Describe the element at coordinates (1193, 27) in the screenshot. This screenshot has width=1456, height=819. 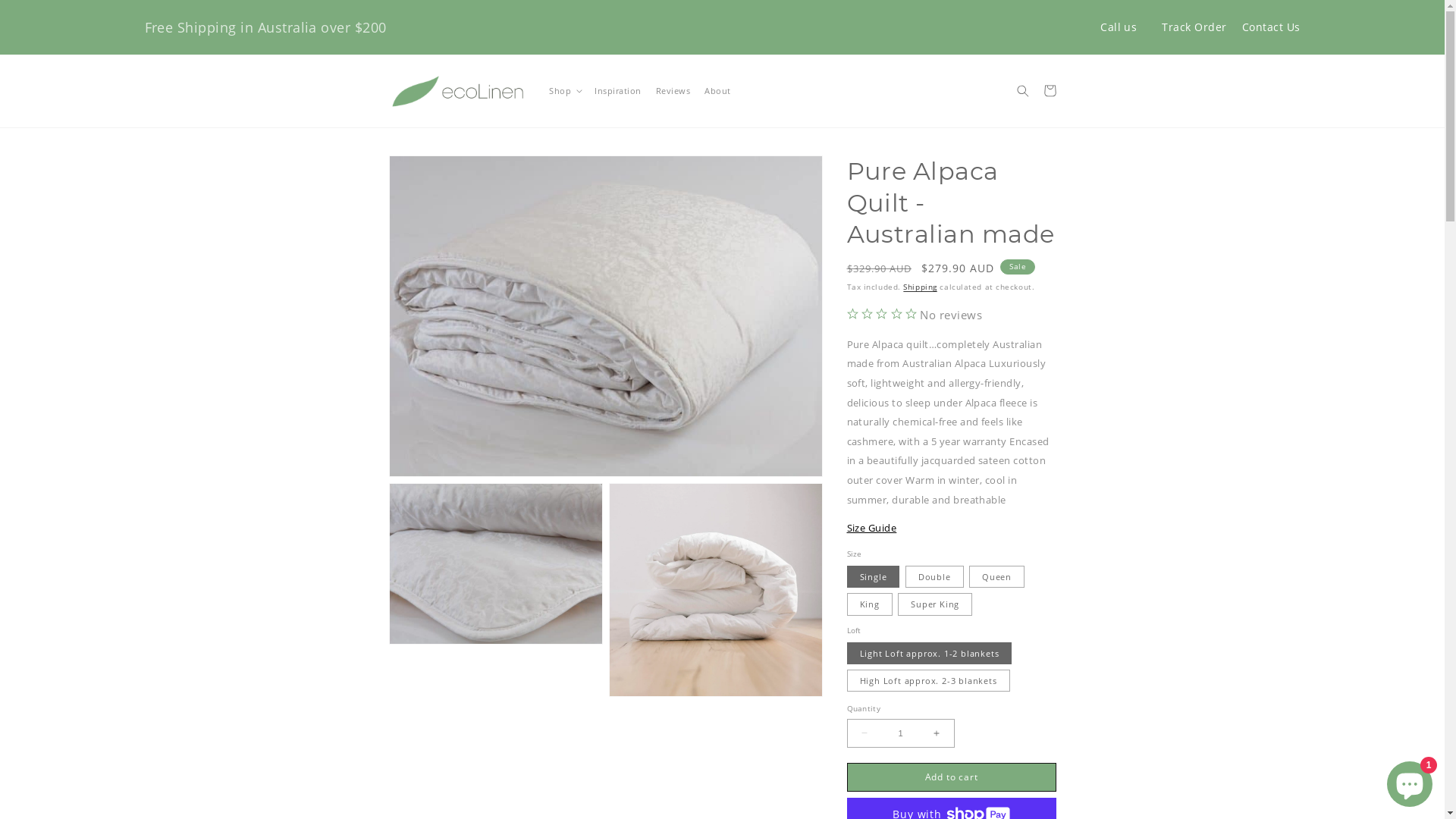
I see `'Track Order'` at that location.